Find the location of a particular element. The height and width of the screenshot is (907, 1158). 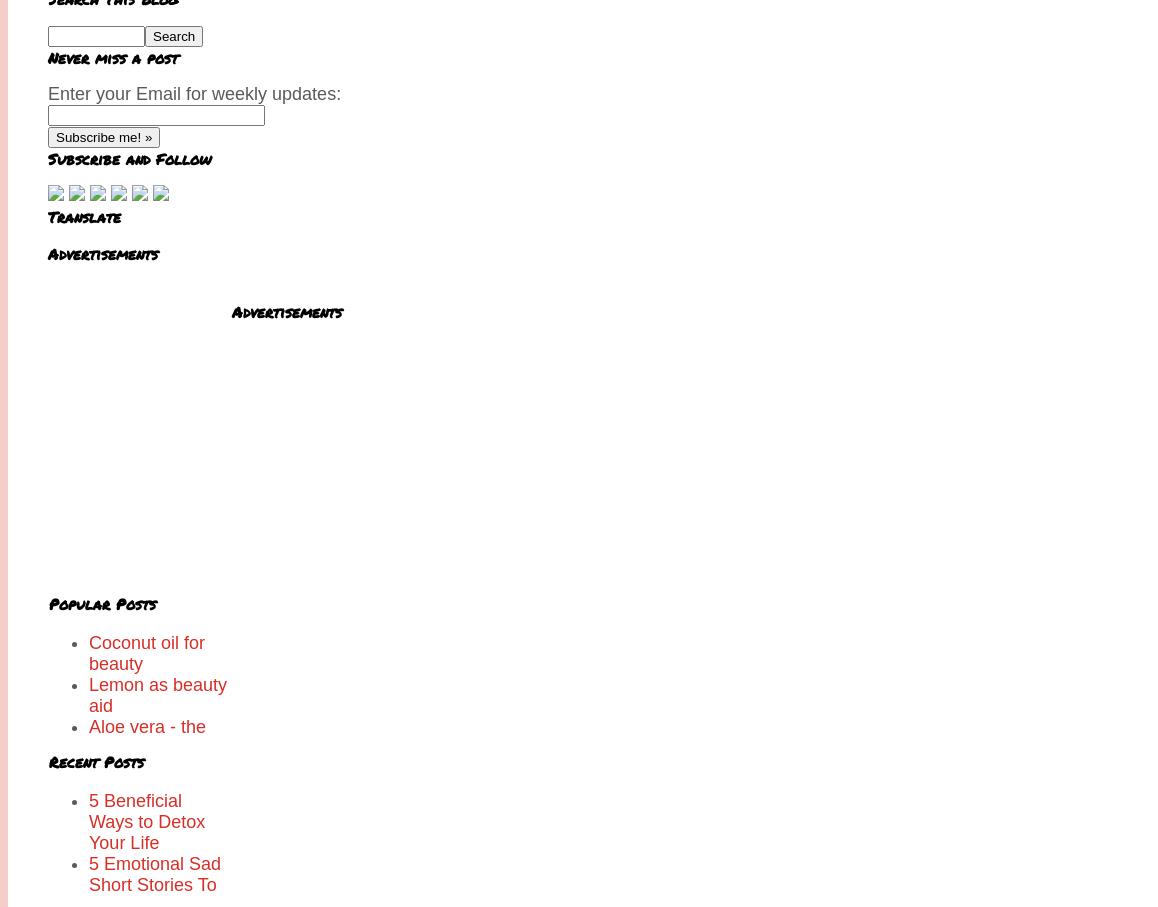

'Kapalabhati Pranayam - The breath of fire' is located at coordinates (151, 789).